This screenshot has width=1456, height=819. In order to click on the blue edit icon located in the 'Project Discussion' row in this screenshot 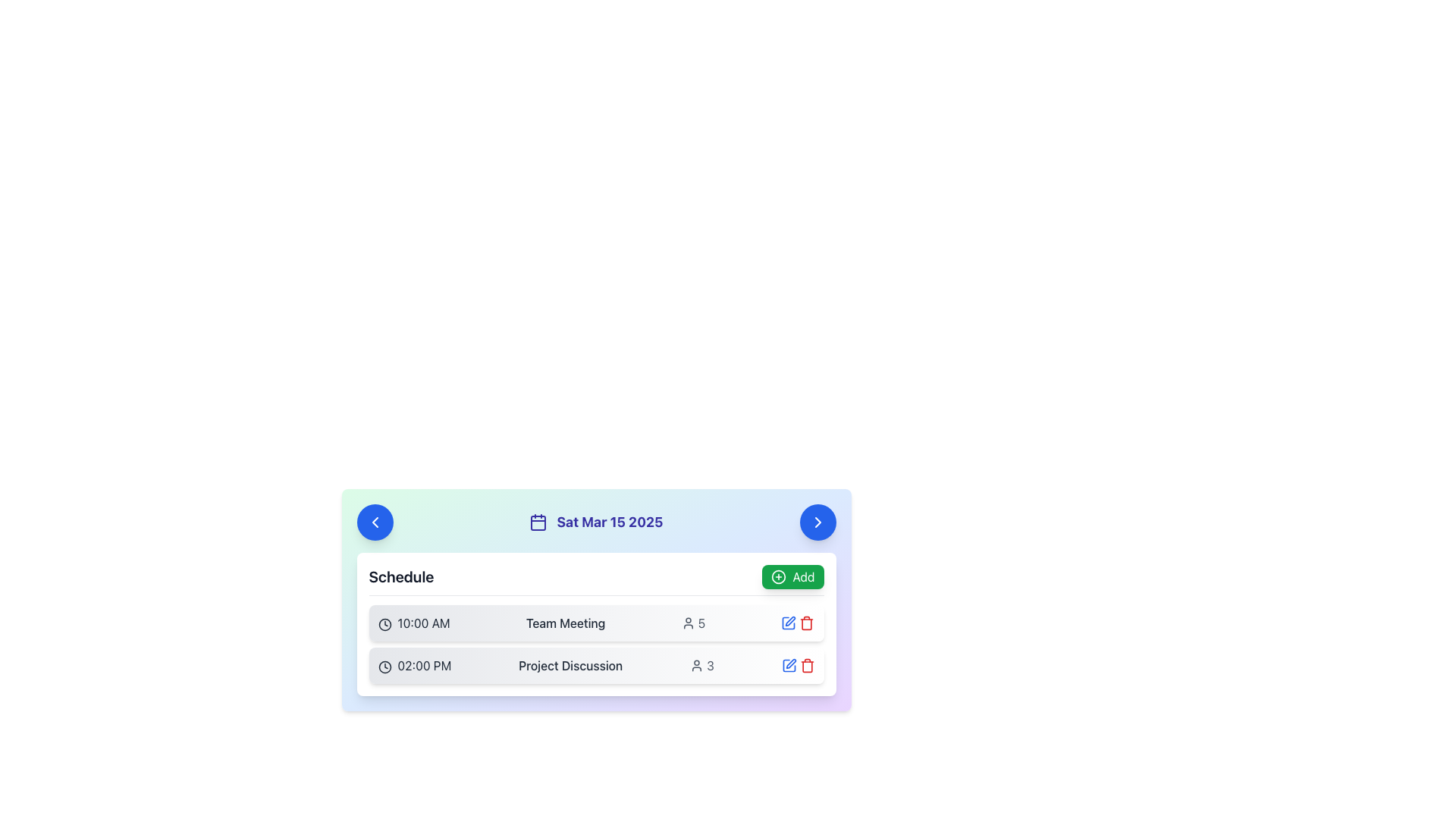, I will do `click(789, 665)`.